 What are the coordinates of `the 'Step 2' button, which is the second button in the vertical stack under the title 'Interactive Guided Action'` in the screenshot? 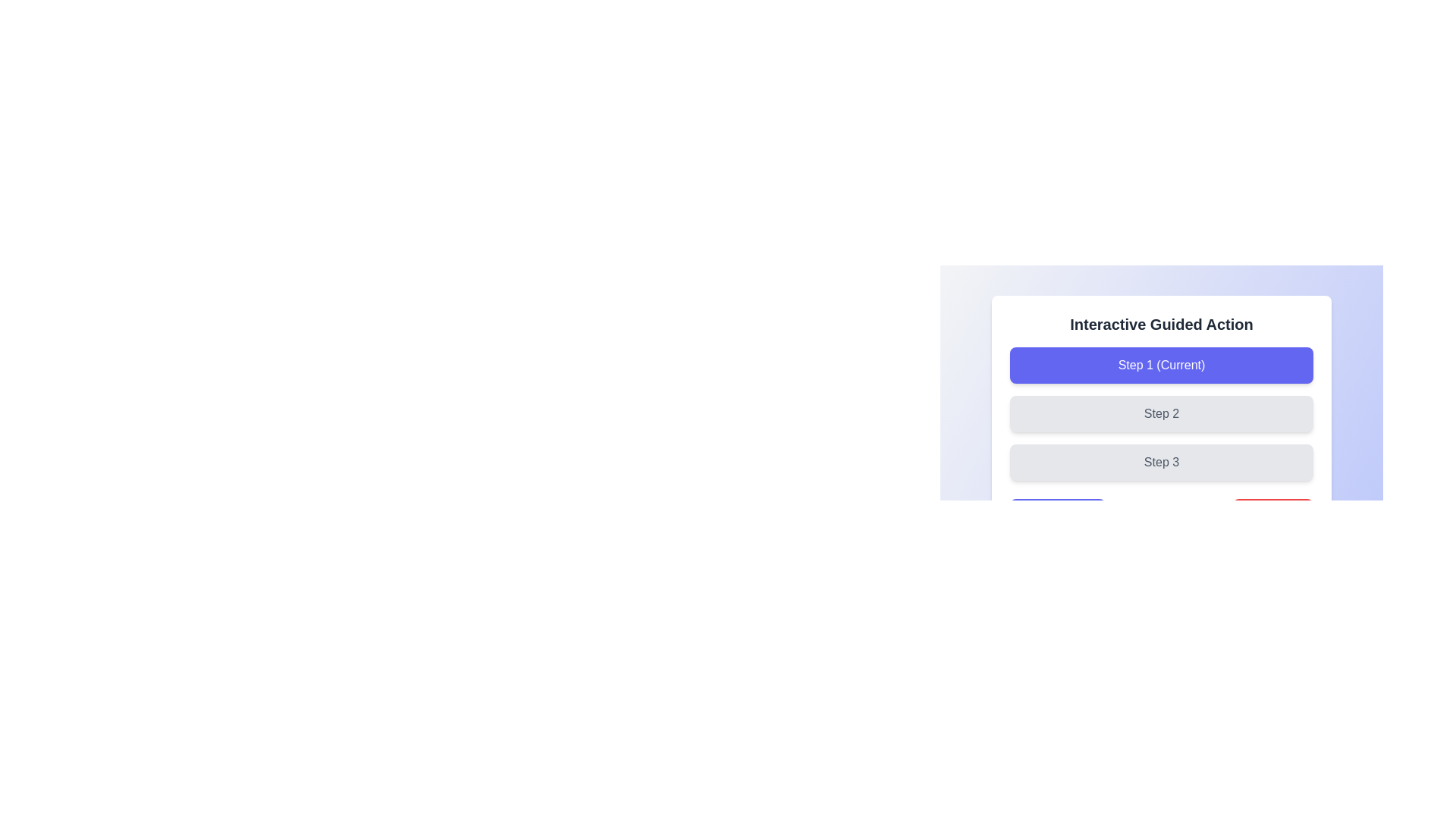 It's located at (1160, 421).